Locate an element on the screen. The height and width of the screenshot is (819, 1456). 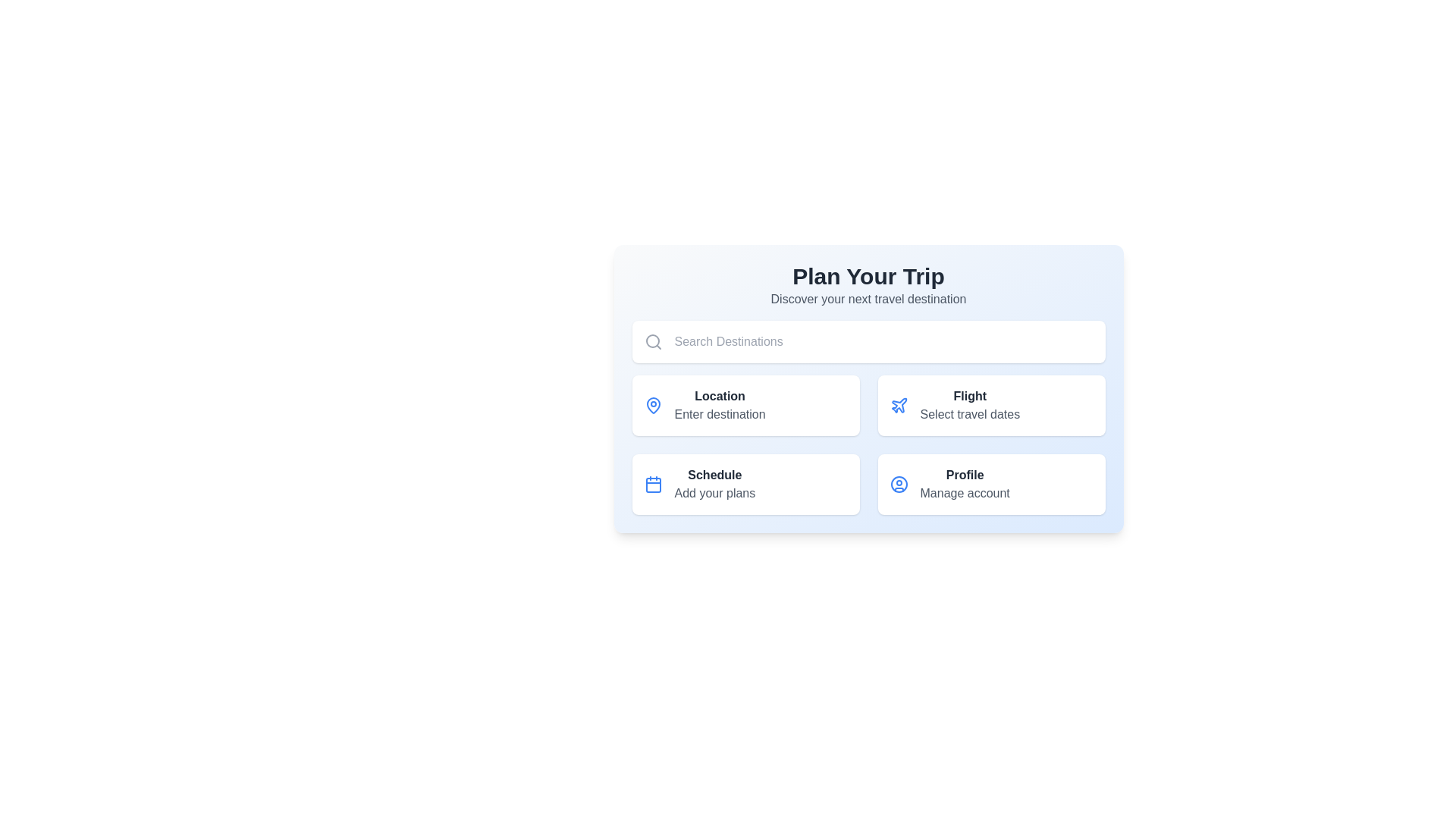
the search icon located at the left-hand side of the search input field labeled 'Search Destinations' is located at coordinates (653, 342).